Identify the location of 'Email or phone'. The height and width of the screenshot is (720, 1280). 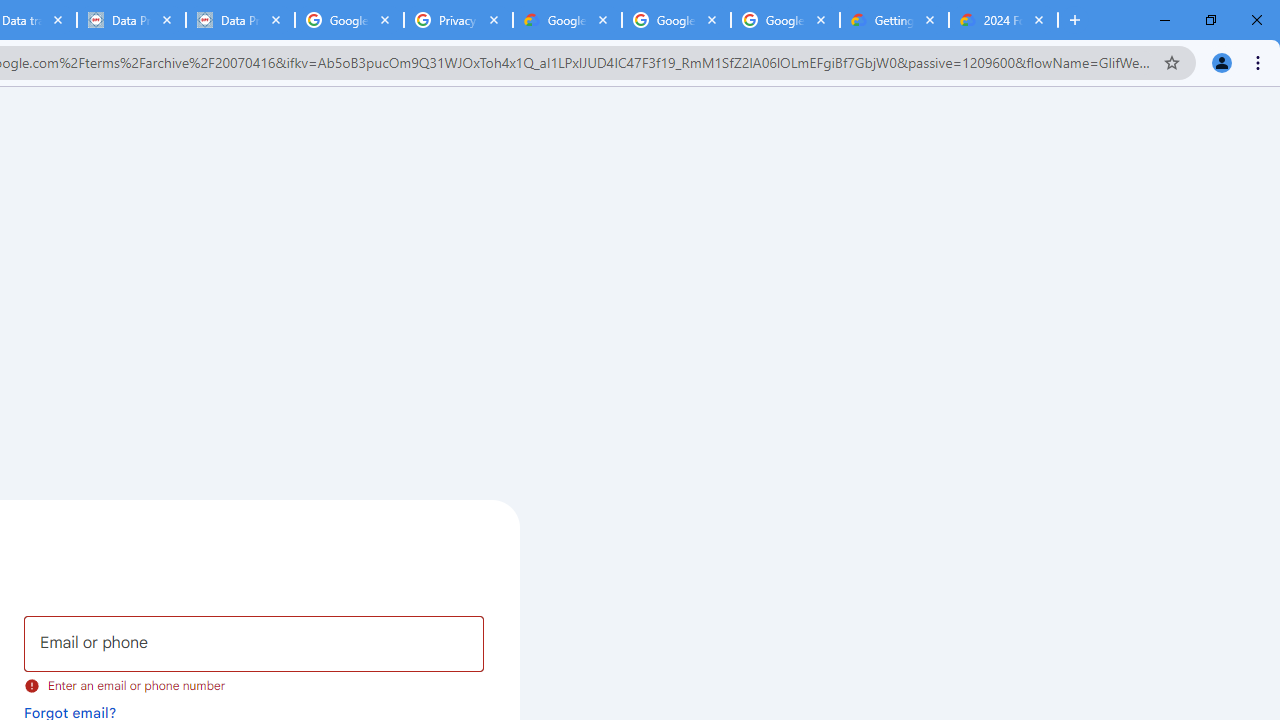
(253, 643).